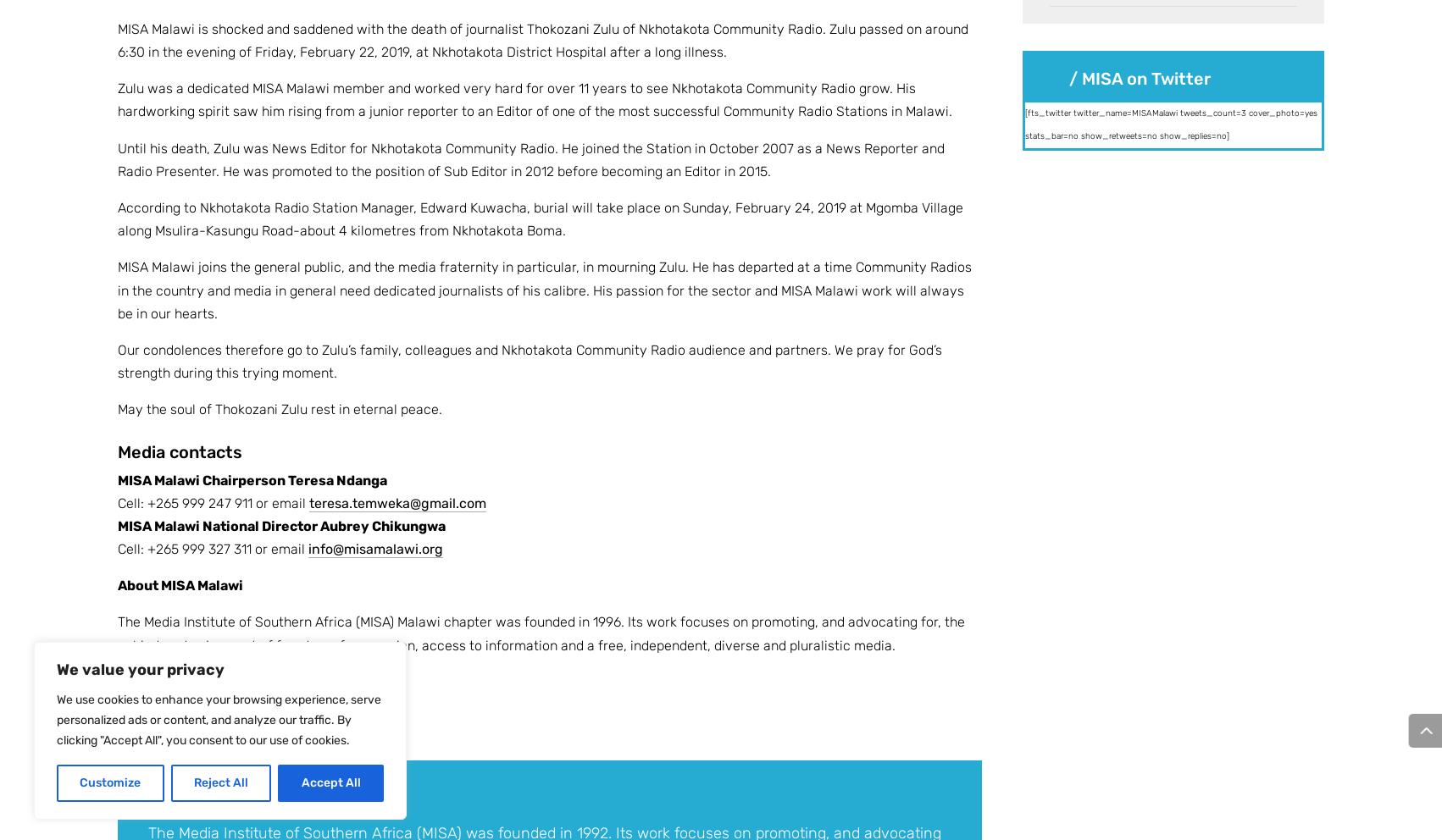 The image size is (1442, 840). I want to click on 'Cell: +265 999 247 911 or email', so click(213, 501).